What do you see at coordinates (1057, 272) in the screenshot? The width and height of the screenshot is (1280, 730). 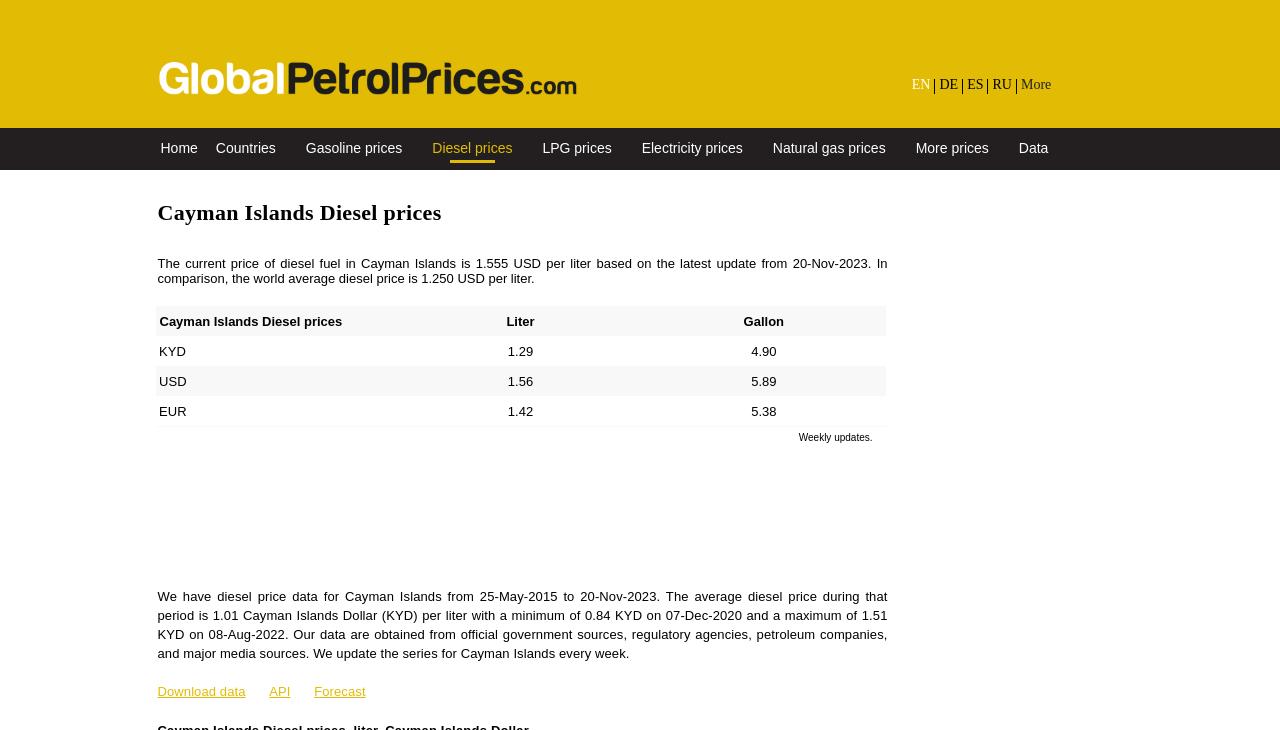 I see `'RO - Română'` at bounding box center [1057, 272].